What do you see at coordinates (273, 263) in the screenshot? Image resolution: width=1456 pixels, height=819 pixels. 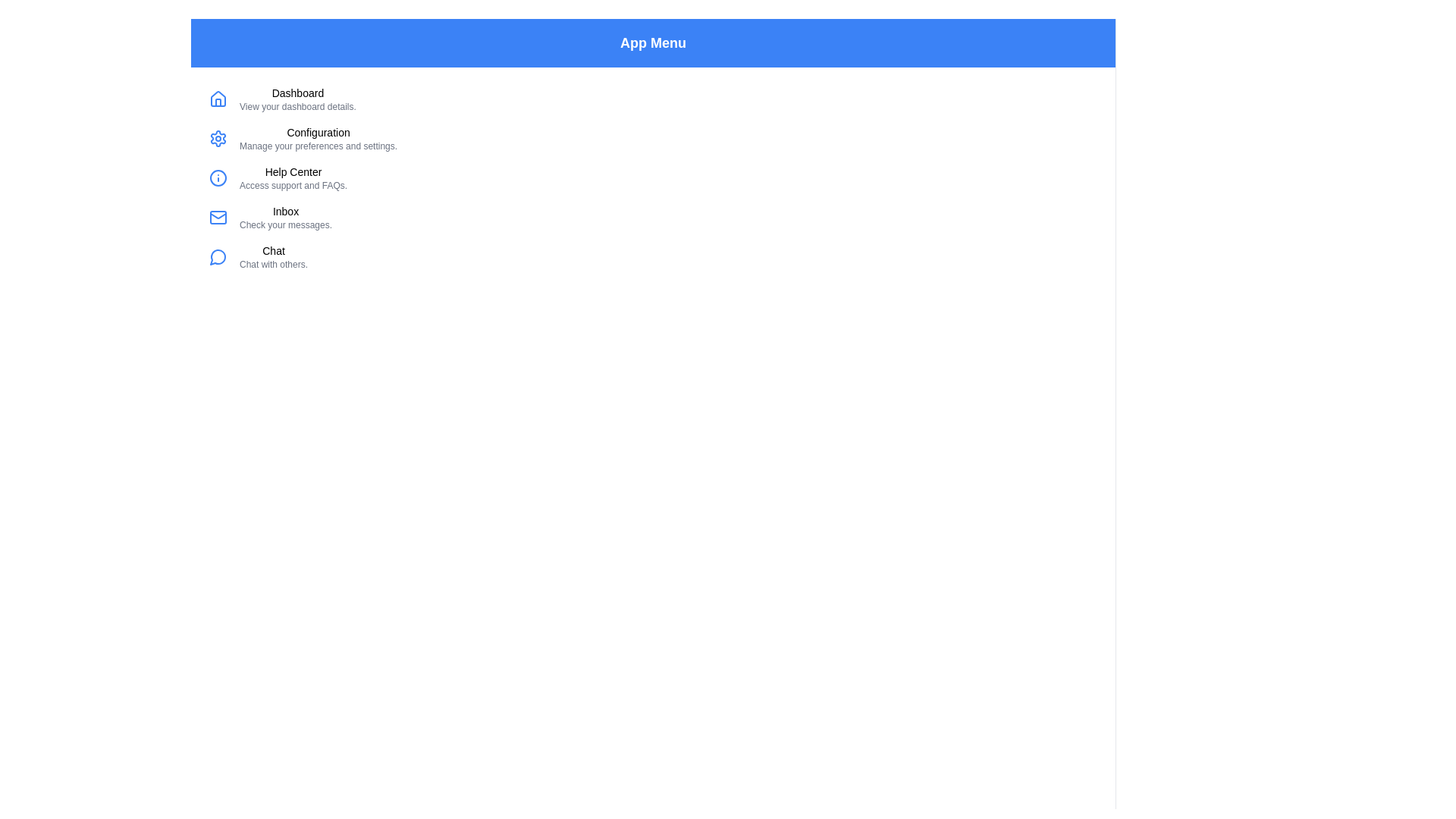 I see `text label that says 'Chat with others.' styled in a small, light gray font, located below the 'Chat' label in the left-aligned vertical navigation menu` at bounding box center [273, 263].